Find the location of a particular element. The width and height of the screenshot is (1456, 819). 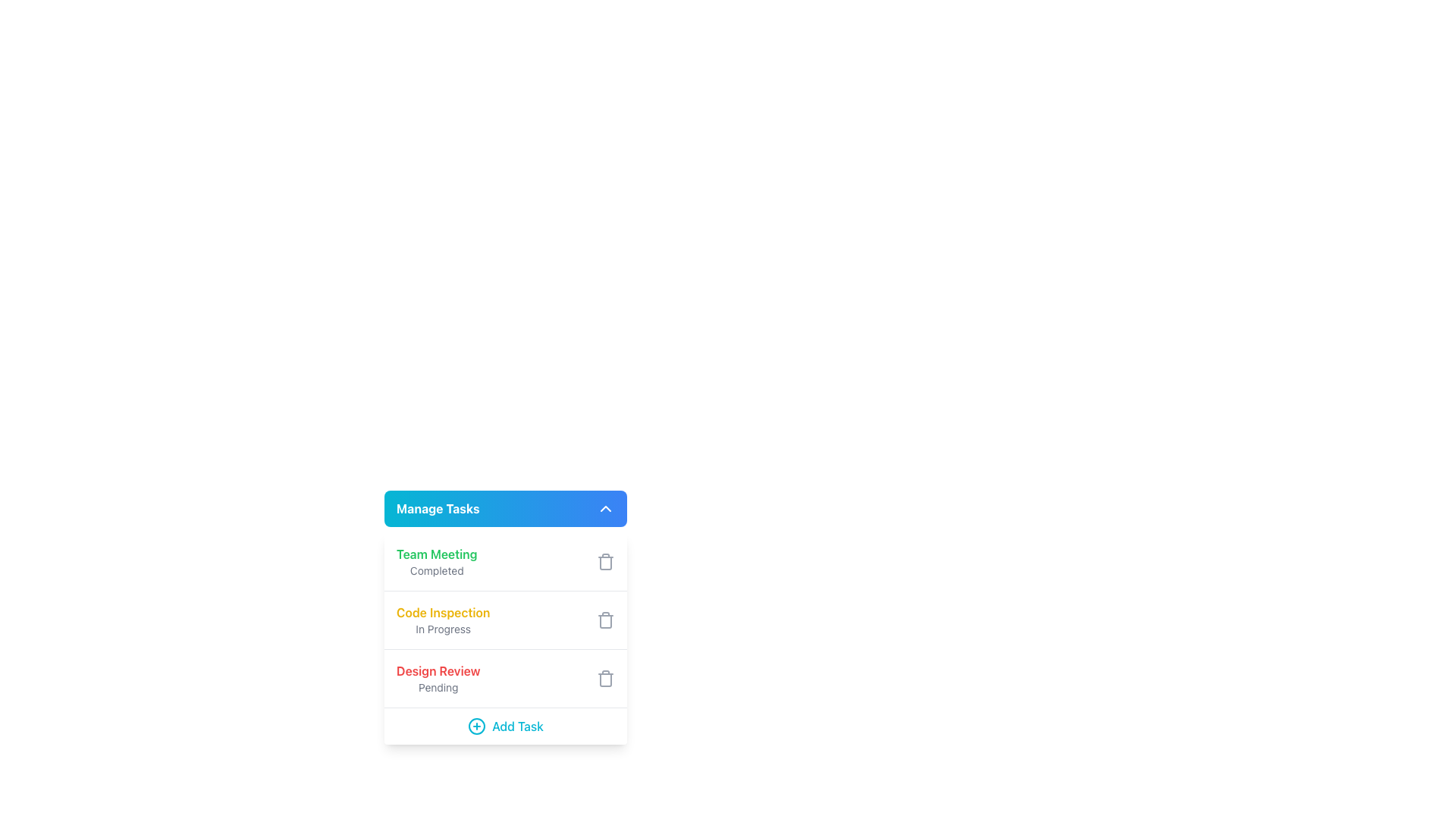

the text label displaying 'In Progress' which is located below the title 'Code Inspection' in the task management component is located at coordinates (442, 629).